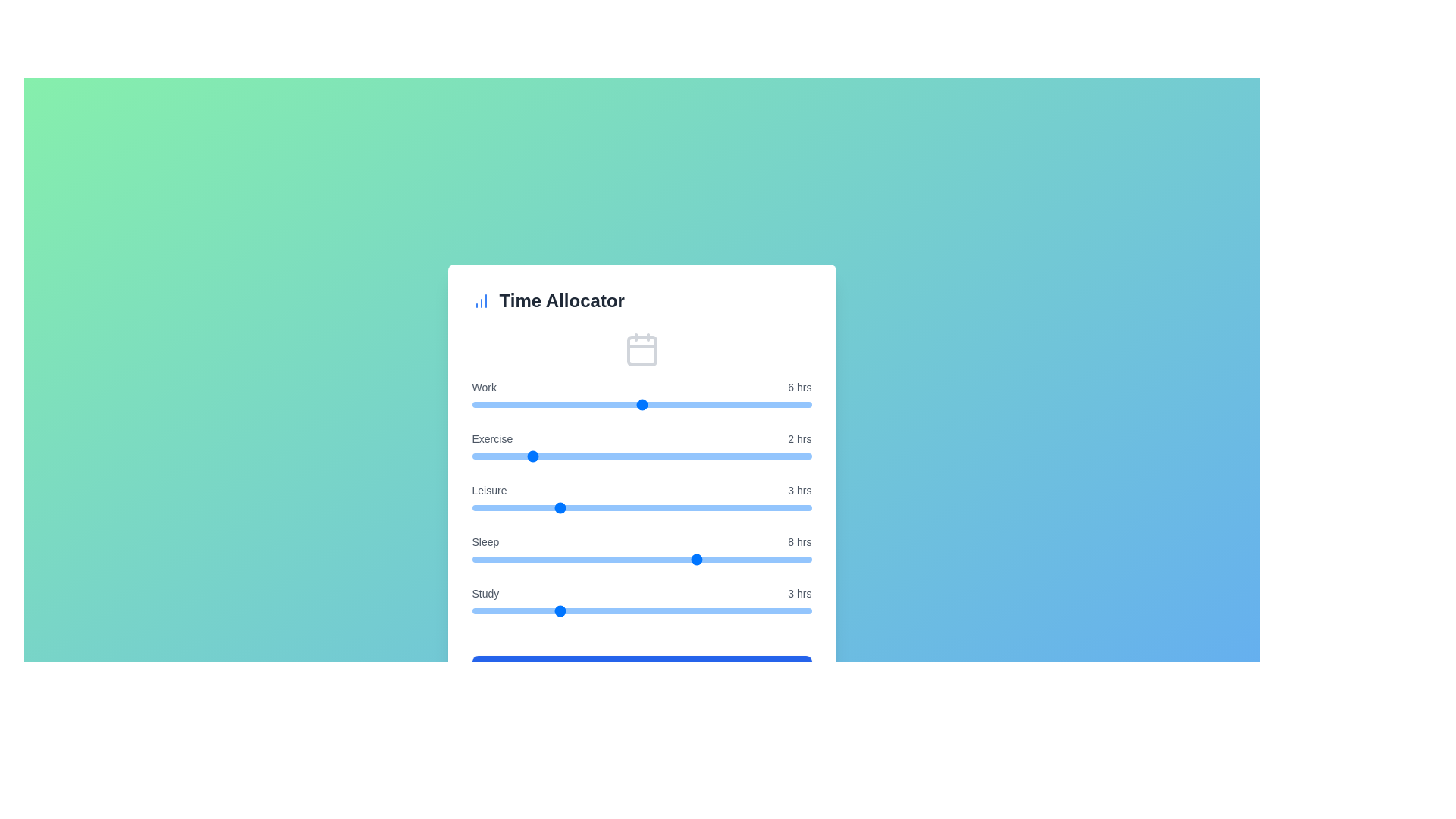 The width and height of the screenshot is (1456, 819). What do you see at coordinates (642, 670) in the screenshot?
I see `the 'Save Allocations' button to save the current state` at bounding box center [642, 670].